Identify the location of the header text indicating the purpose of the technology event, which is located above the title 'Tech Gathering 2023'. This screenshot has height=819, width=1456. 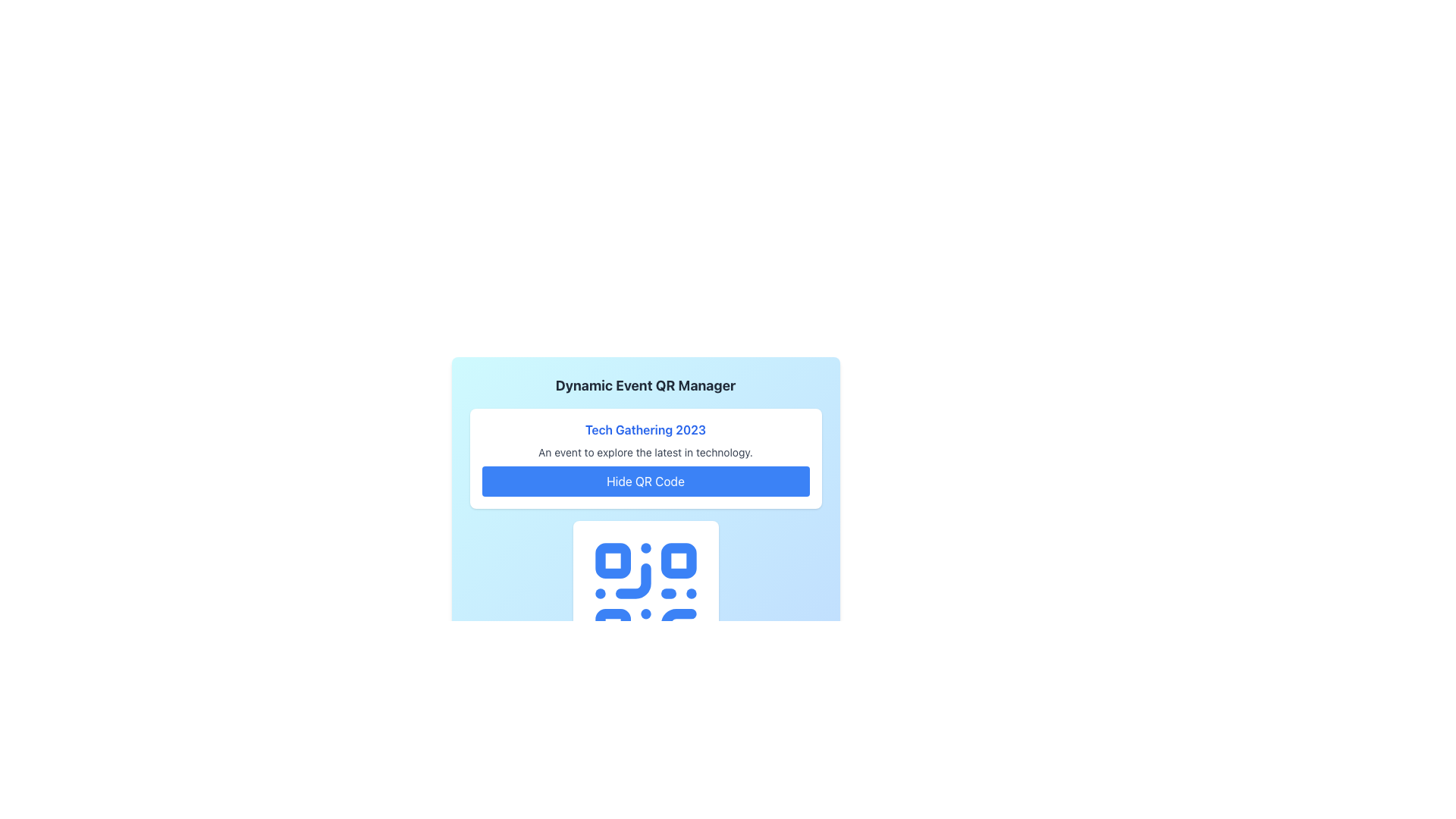
(645, 385).